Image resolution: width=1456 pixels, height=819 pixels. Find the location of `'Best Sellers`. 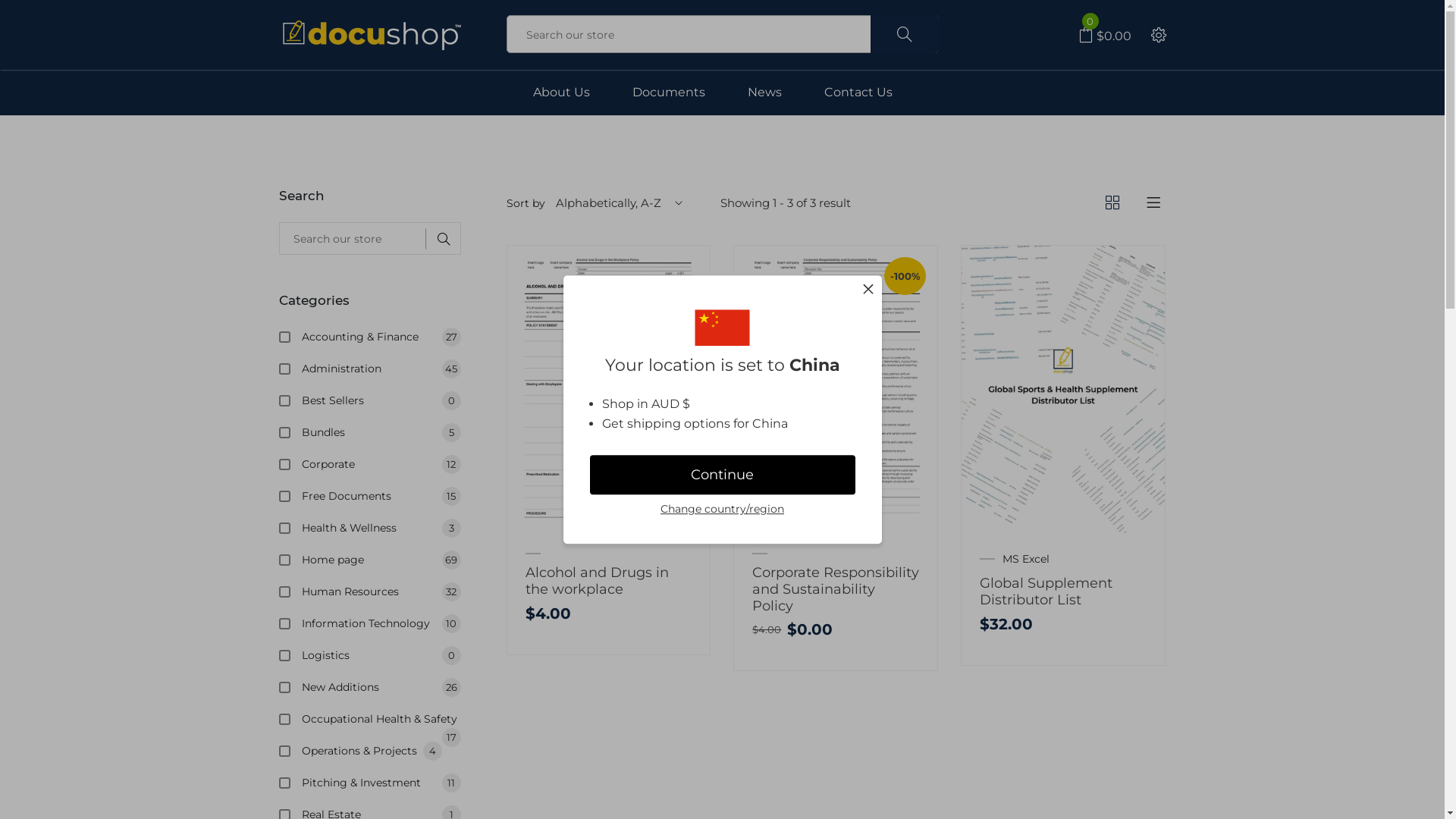

'Best Sellers is located at coordinates (381, 400).